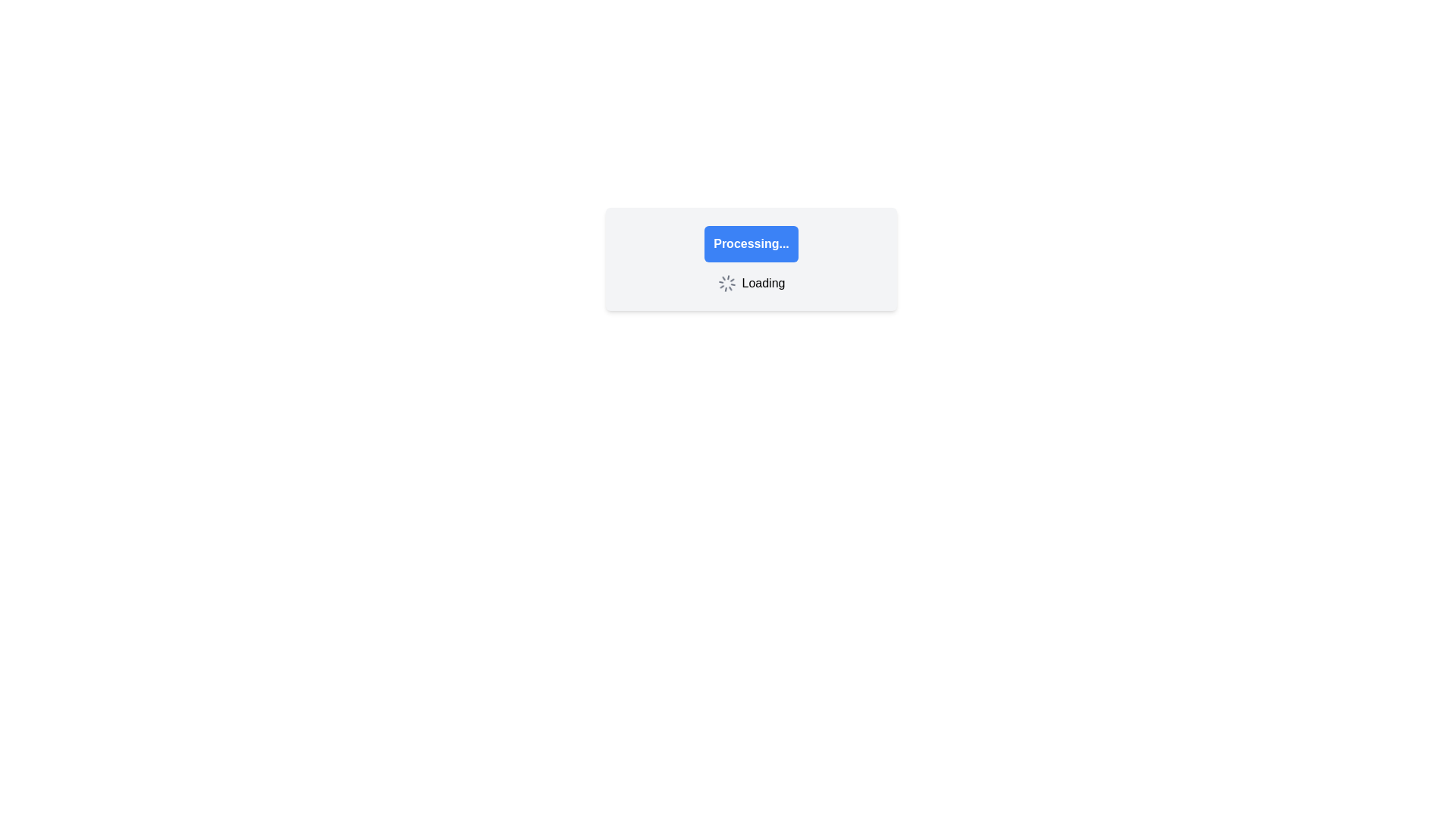  What do you see at coordinates (764, 284) in the screenshot?
I see `the Text Label that indicates loading or processing status, positioned directly to the right of the spinner animation within the group` at bounding box center [764, 284].